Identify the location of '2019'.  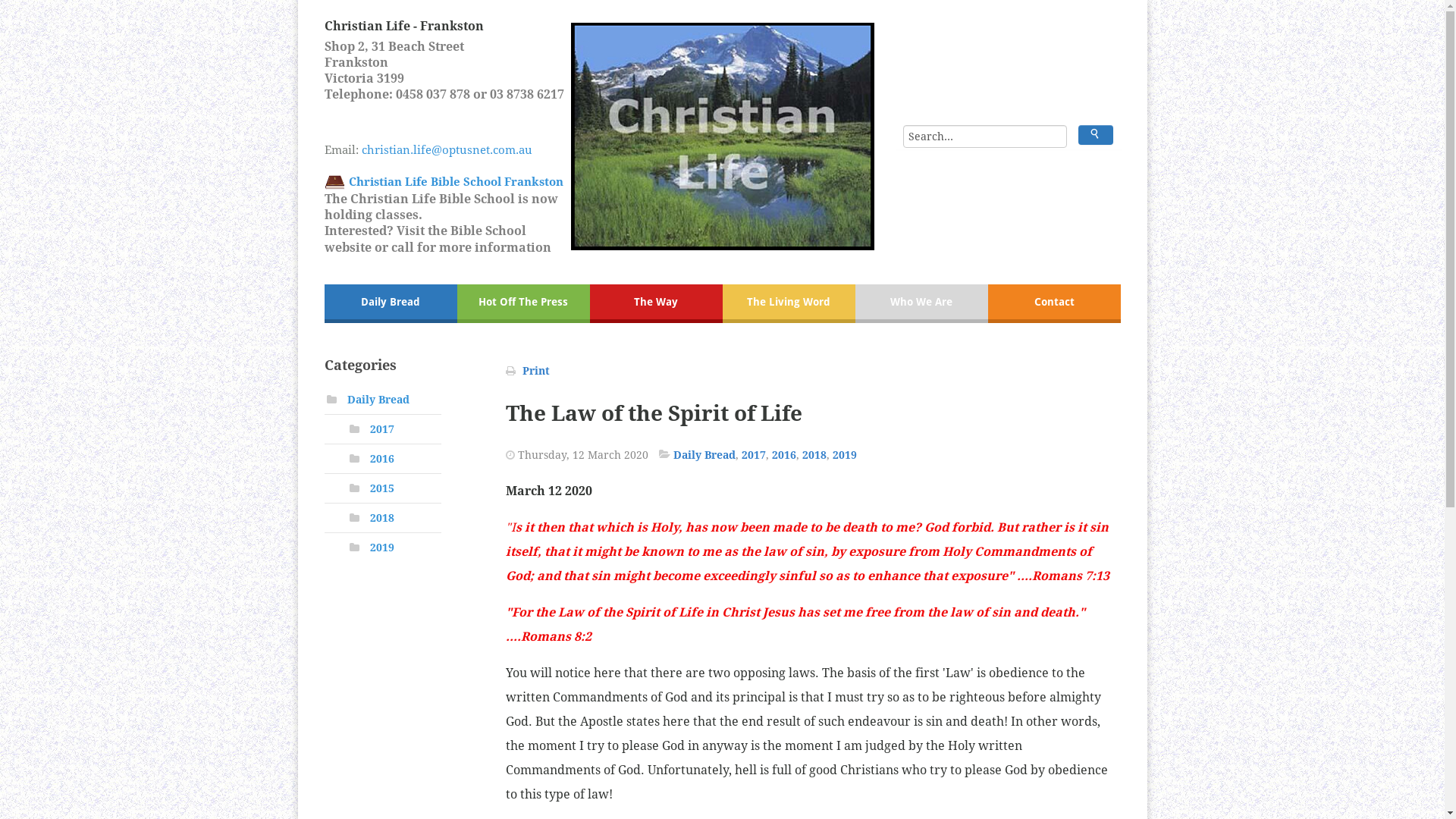
(370, 547).